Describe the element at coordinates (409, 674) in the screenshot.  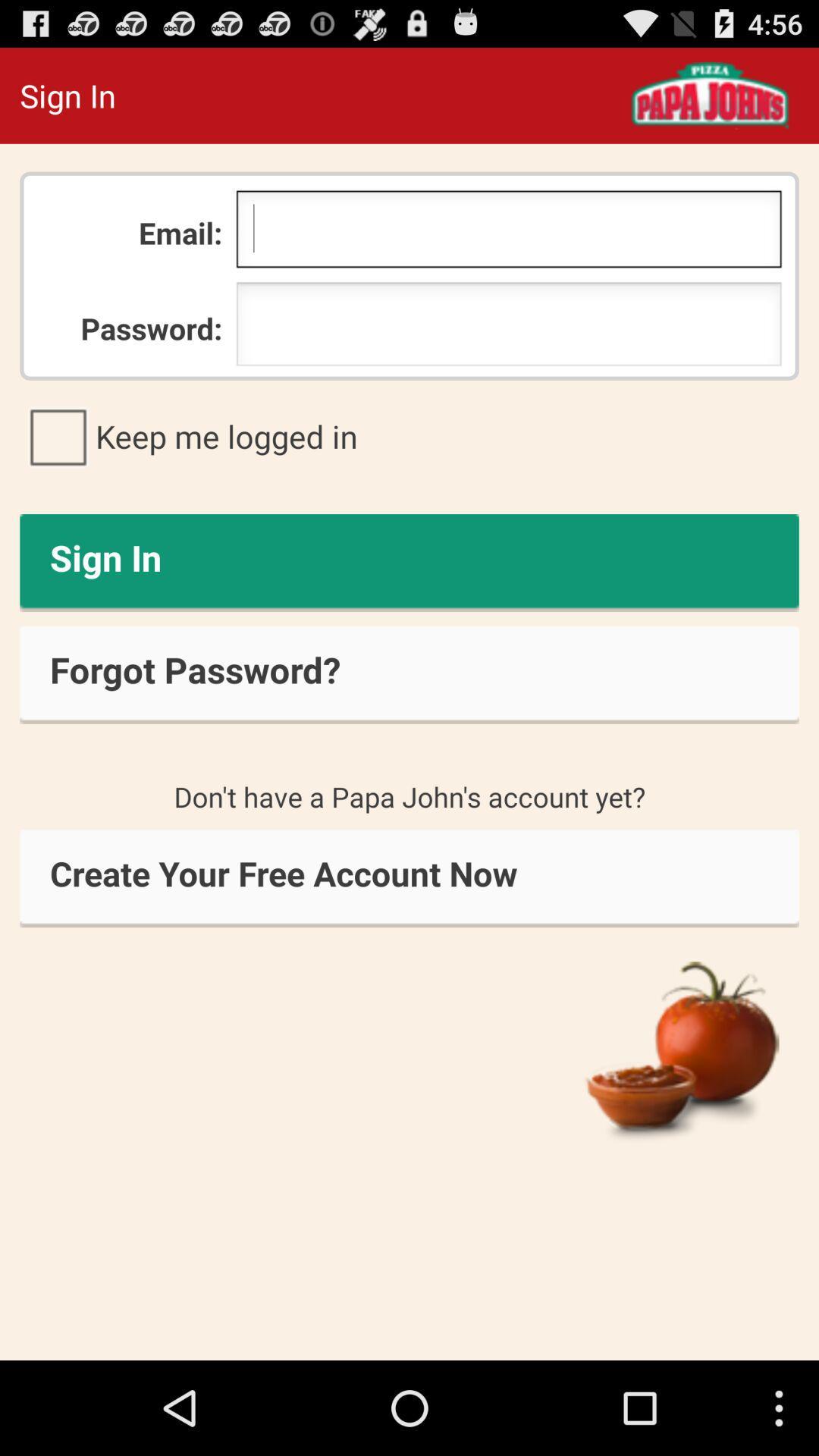
I see `the icon above don t have icon` at that location.